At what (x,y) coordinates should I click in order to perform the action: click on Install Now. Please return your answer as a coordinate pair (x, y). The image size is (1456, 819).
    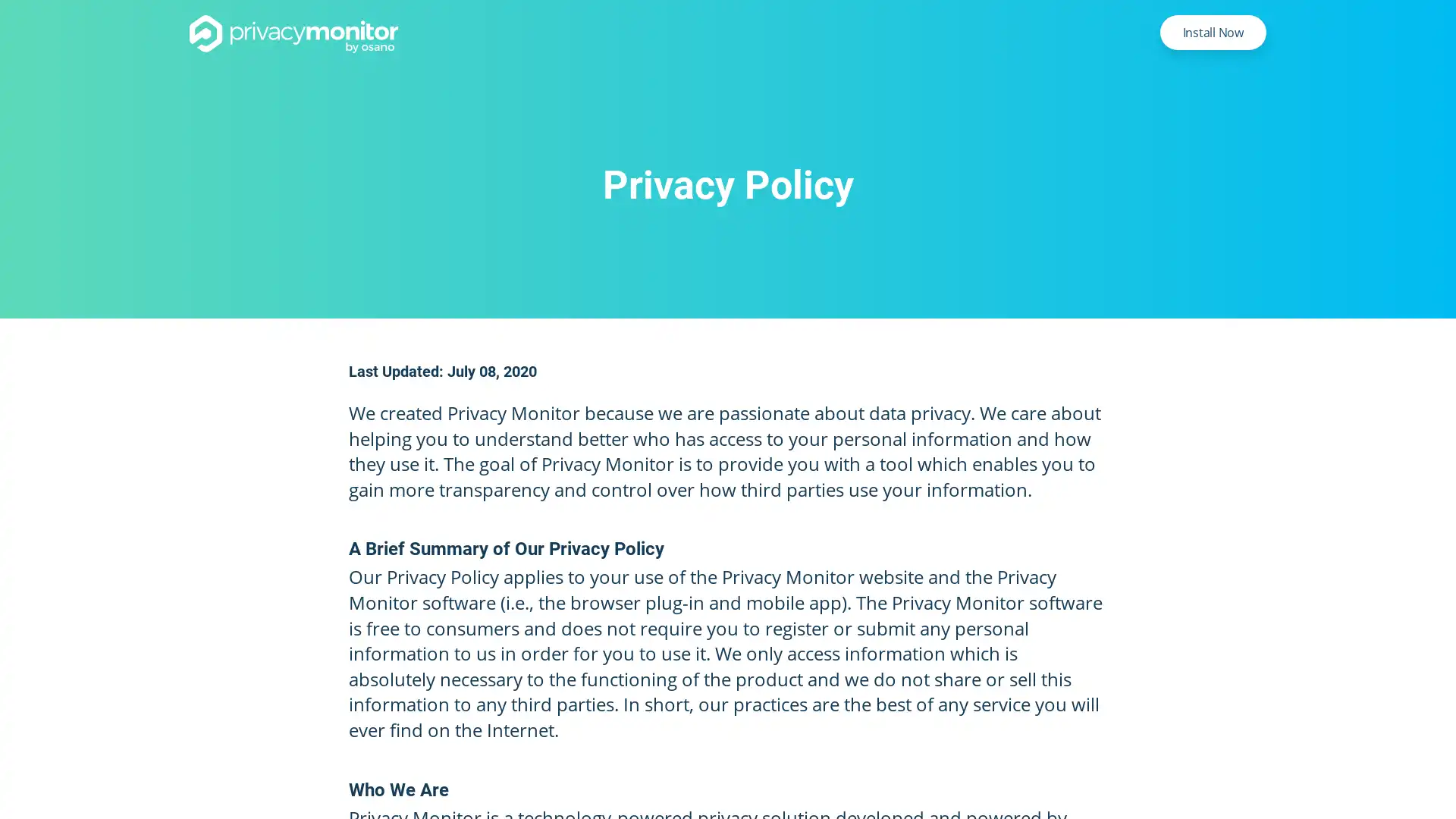
    Looking at the image, I should click on (1212, 32).